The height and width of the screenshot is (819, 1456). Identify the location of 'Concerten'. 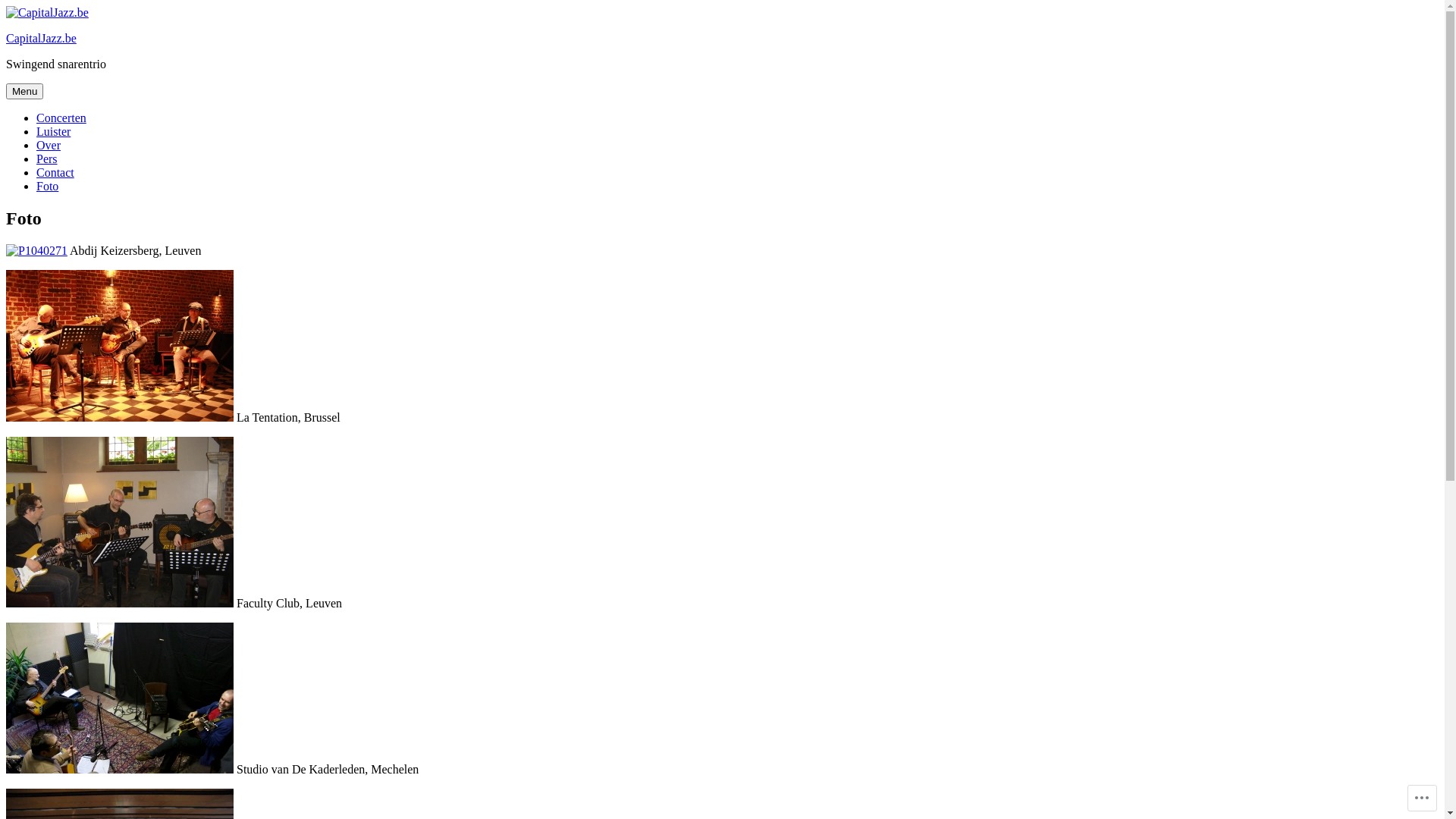
(36, 117).